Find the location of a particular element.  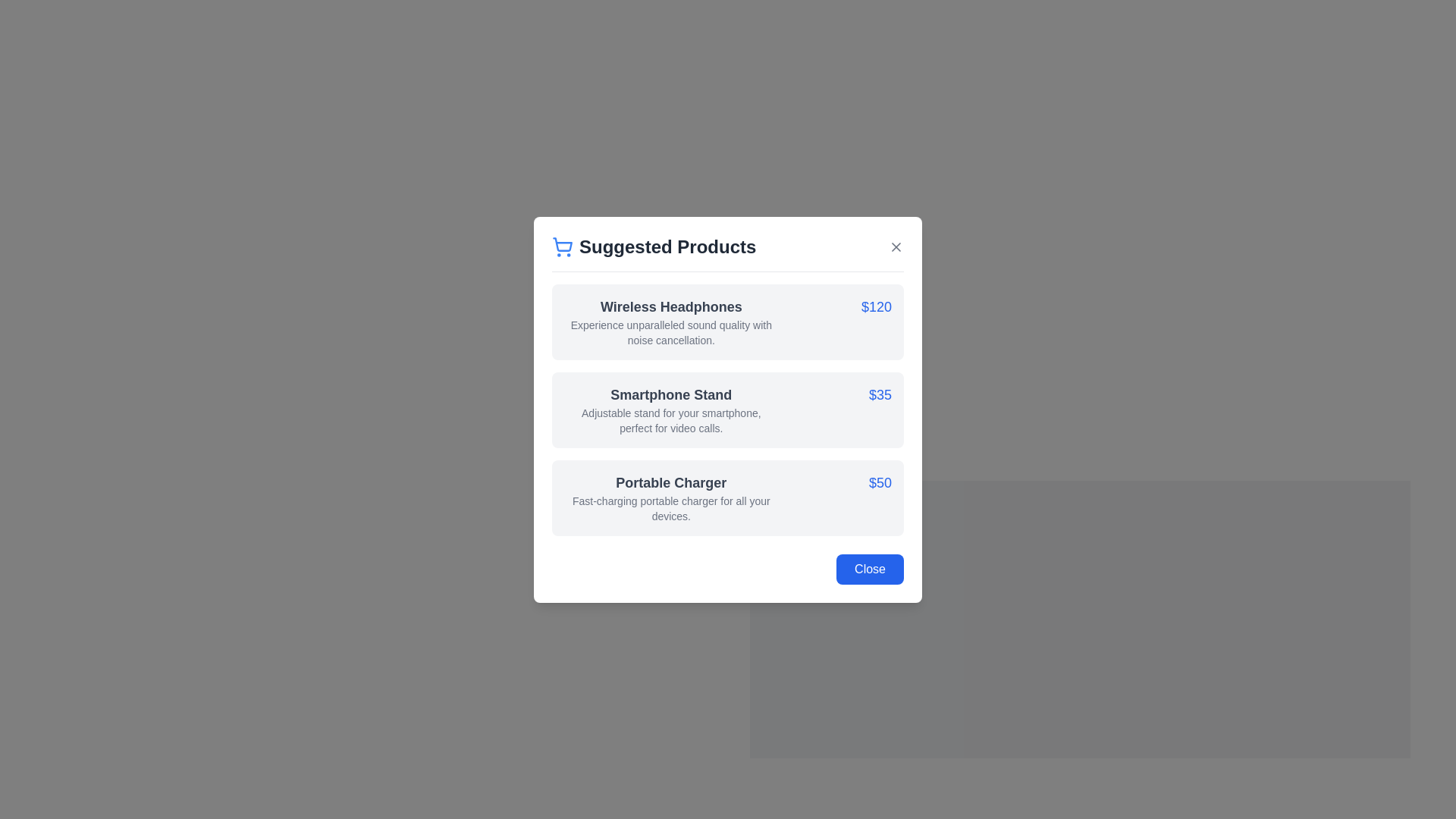

the close/dismiss icon represented by a thin diagonal cross shape in the top-right corner of the 'Suggested Products' panel is located at coordinates (896, 245).